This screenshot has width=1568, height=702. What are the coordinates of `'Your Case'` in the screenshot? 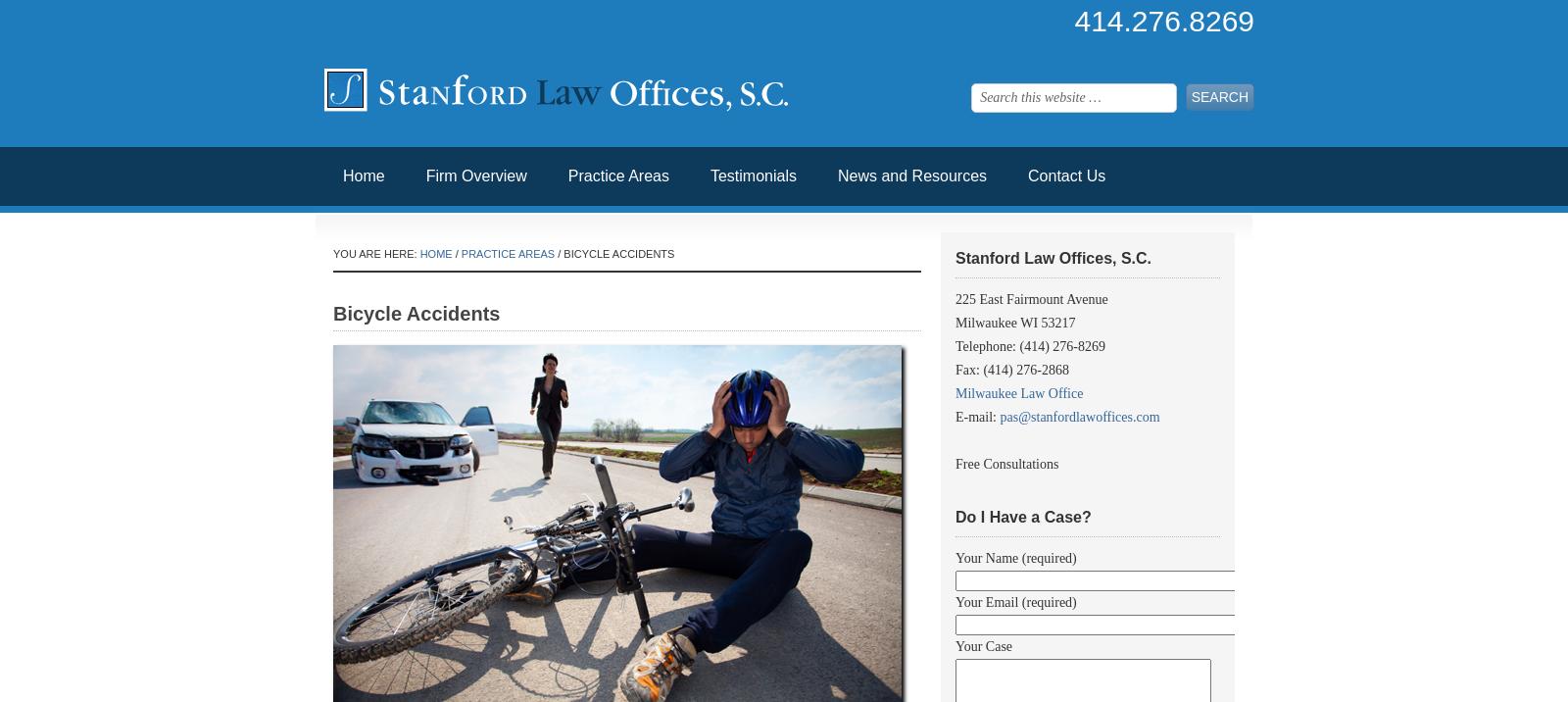 It's located at (983, 646).